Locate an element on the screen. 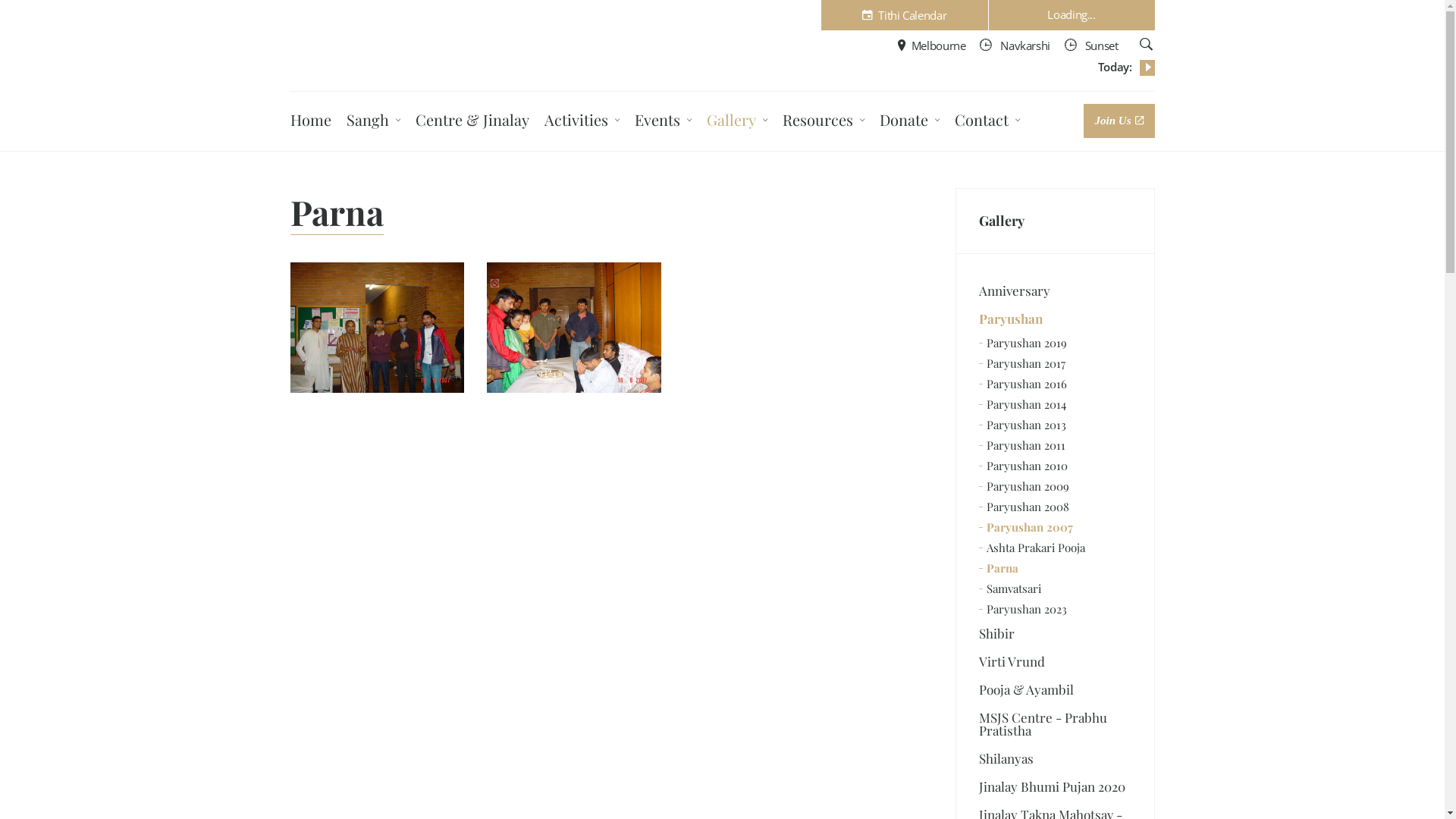 The height and width of the screenshot is (819, 1456). 'Gallery' is located at coordinates (741, 121).